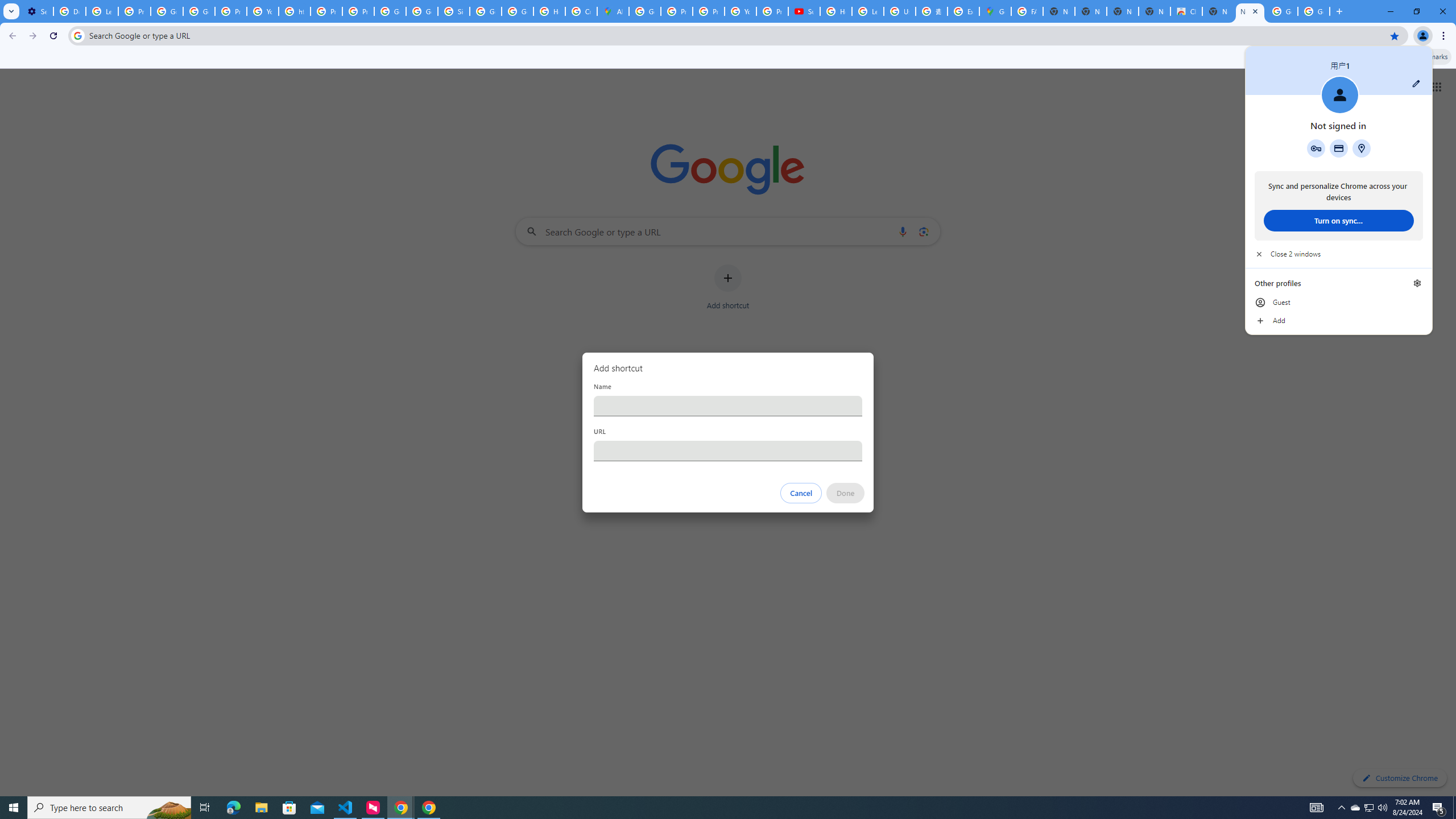 The image size is (1456, 819). I want to click on 'Action Center, 5 new notifications', so click(1439, 806).